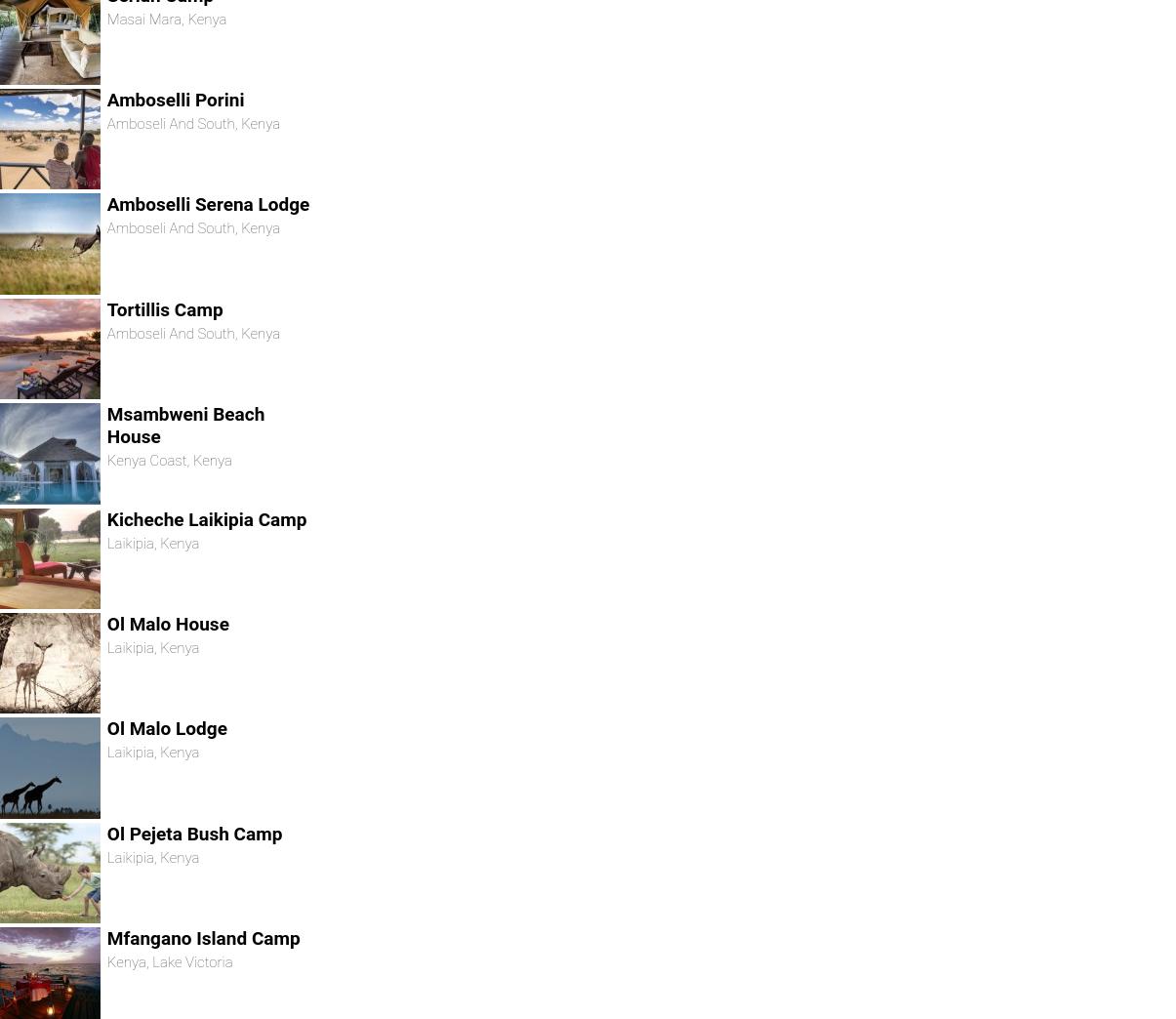  I want to click on 'Msambweni Beach House', so click(184, 424).